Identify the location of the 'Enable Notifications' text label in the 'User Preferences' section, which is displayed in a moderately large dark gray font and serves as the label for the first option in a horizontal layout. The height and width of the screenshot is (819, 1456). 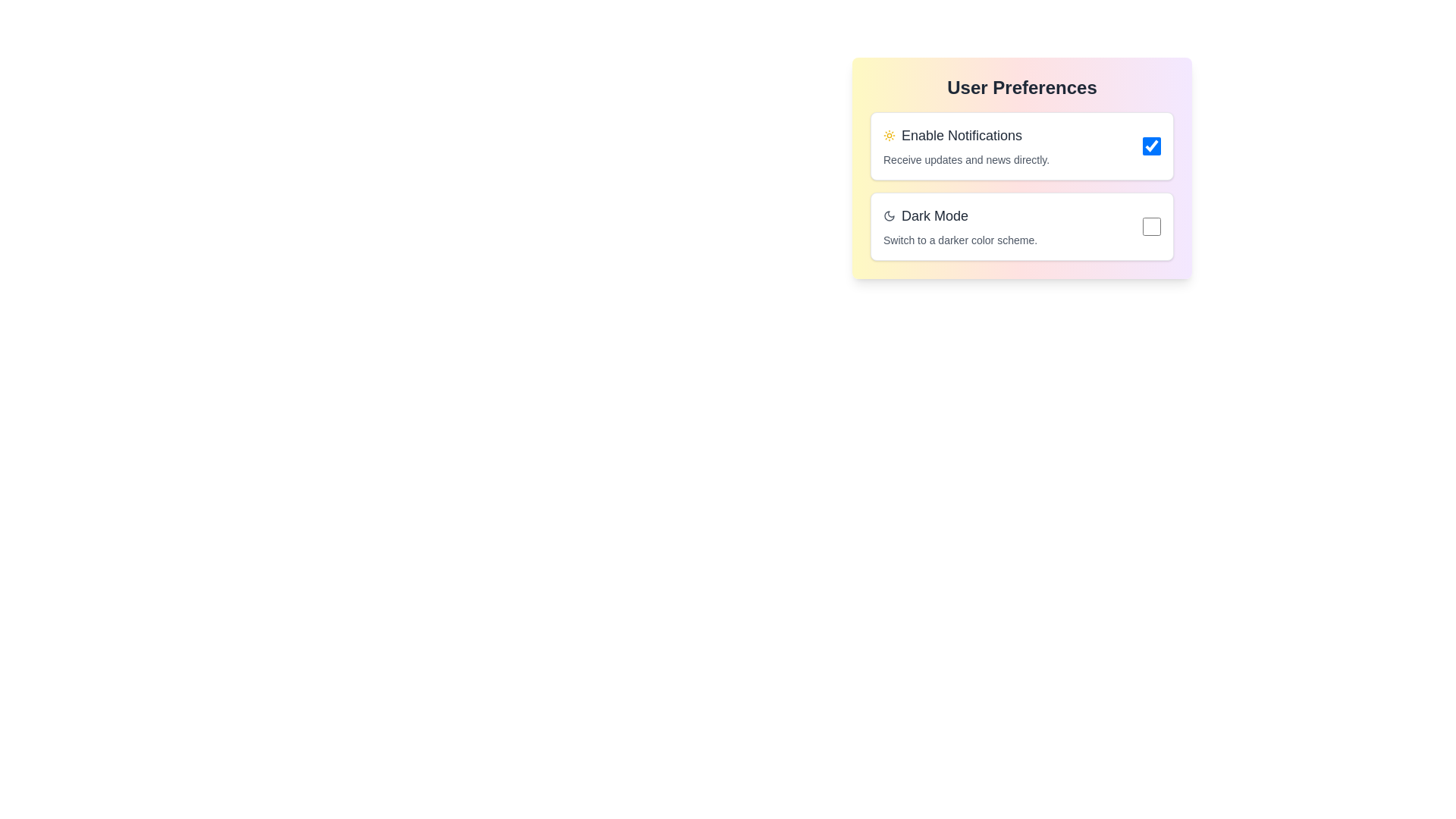
(961, 134).